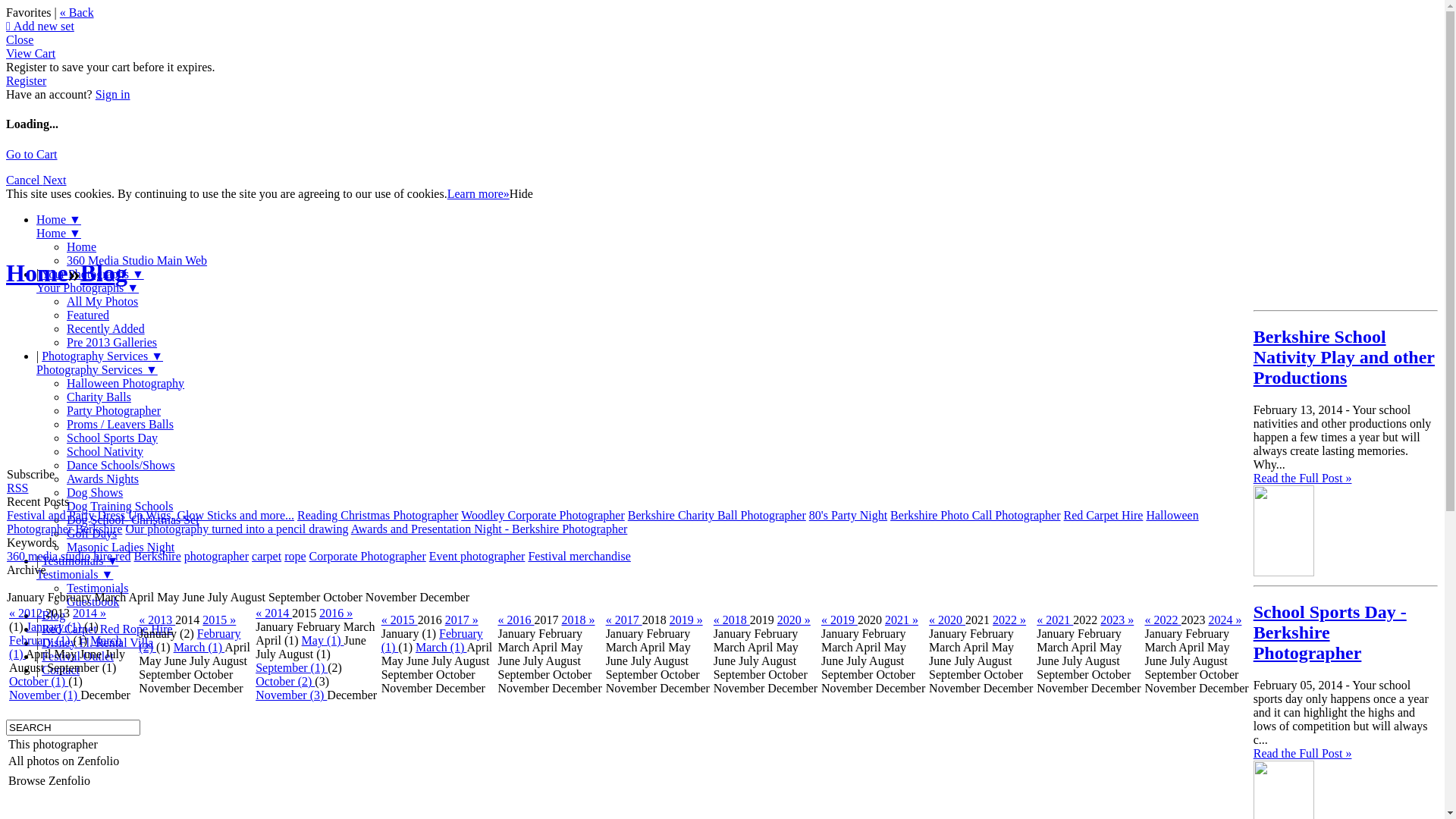  Describe the element at coordinates (62, 761) in the screenshot. I see `'All photos on Zenfolio'` at that location.